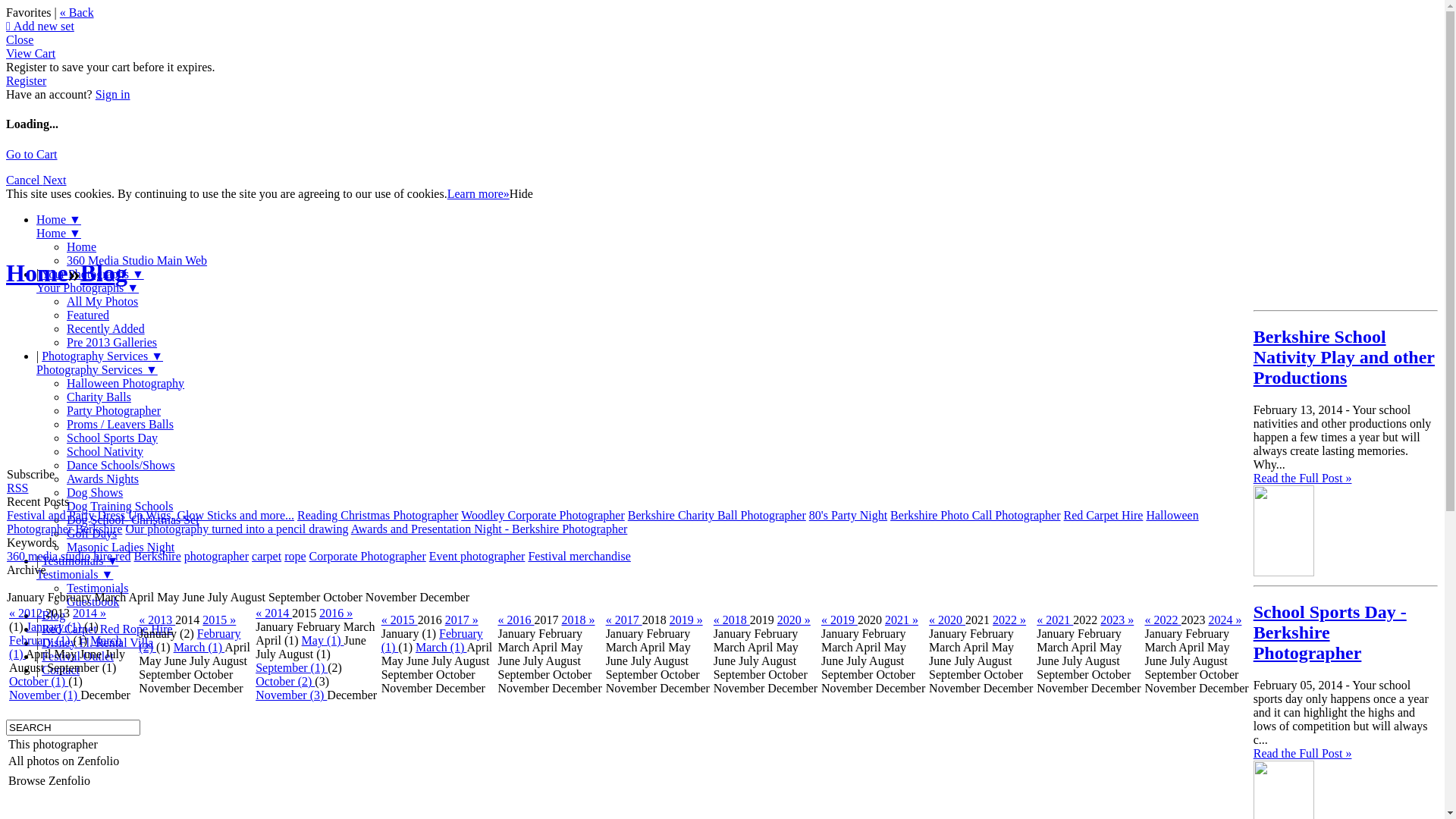  Describe the element at coordinates (62, 761) in the screenshot. I see `'All photos on Zenfolio'` at that location.